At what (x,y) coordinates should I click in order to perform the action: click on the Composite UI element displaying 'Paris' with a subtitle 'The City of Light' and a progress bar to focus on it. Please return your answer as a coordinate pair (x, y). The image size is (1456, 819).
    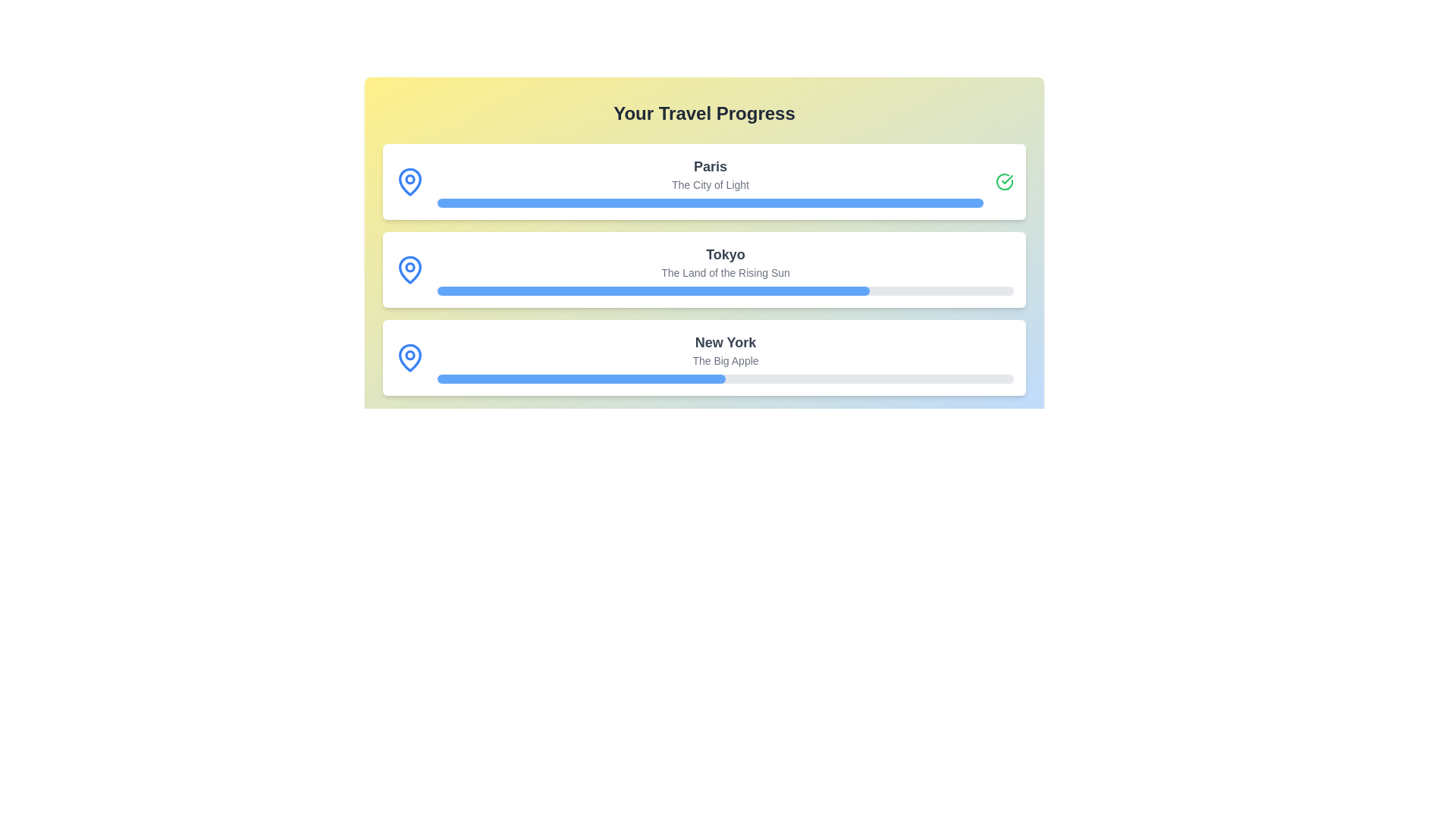
    Looking at the image, I should click on (709, 180).